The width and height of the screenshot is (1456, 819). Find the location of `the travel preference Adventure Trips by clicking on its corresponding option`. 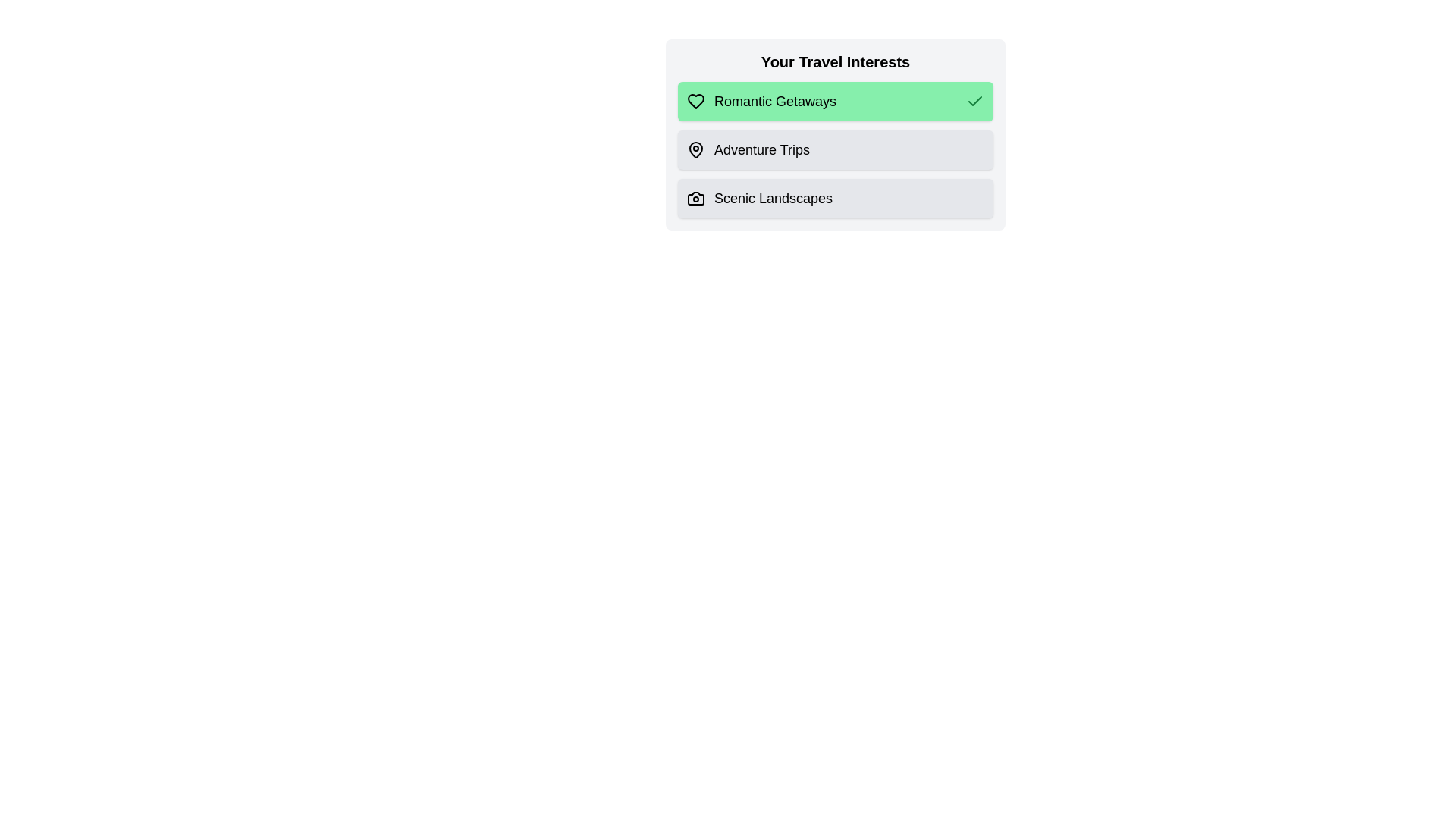

the travel preference Adventure Trips by clicking on its corresponding option is located at coordinates (835, 149).